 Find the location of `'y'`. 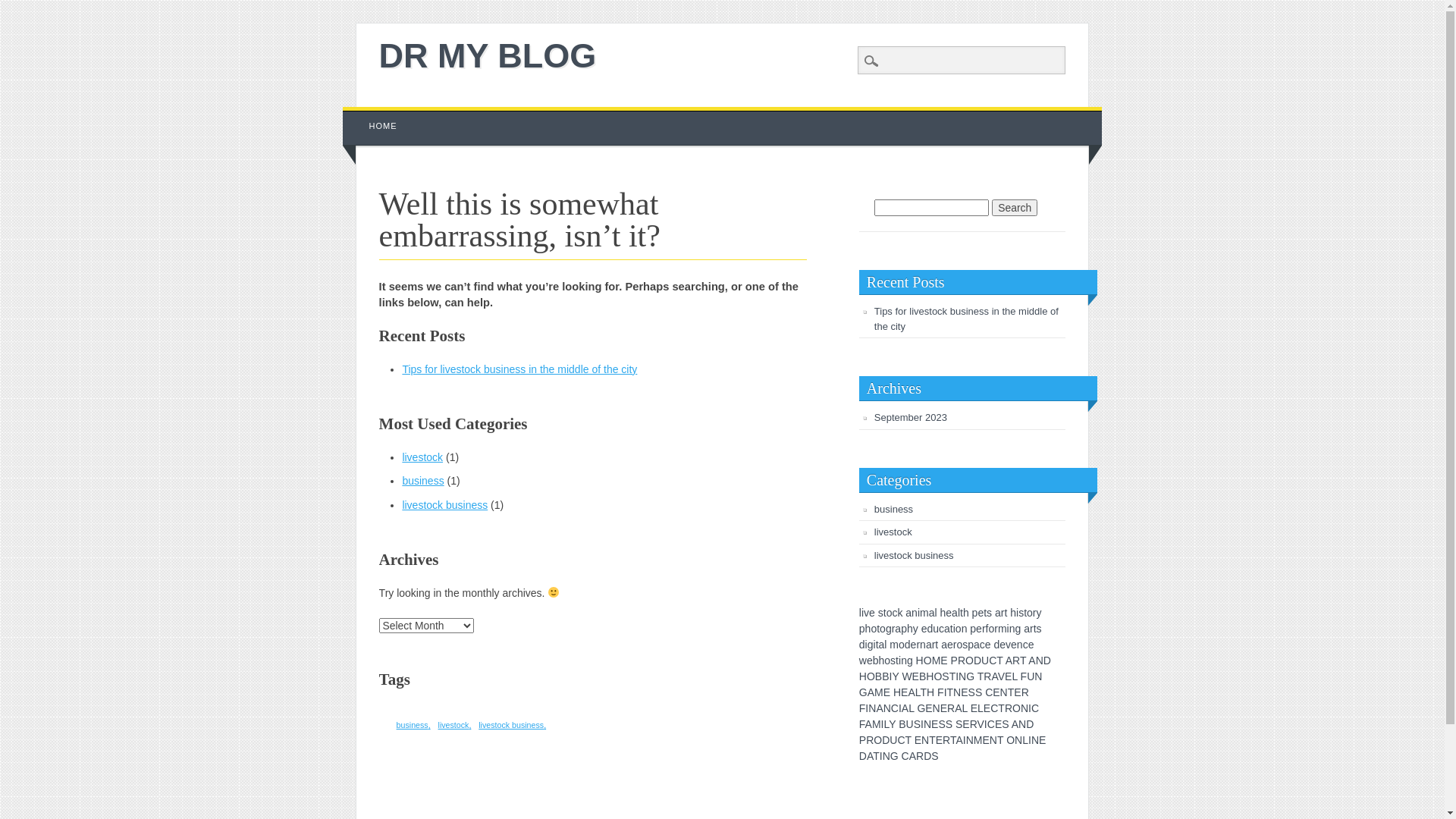

'y' is located at coordinates (915, 629).